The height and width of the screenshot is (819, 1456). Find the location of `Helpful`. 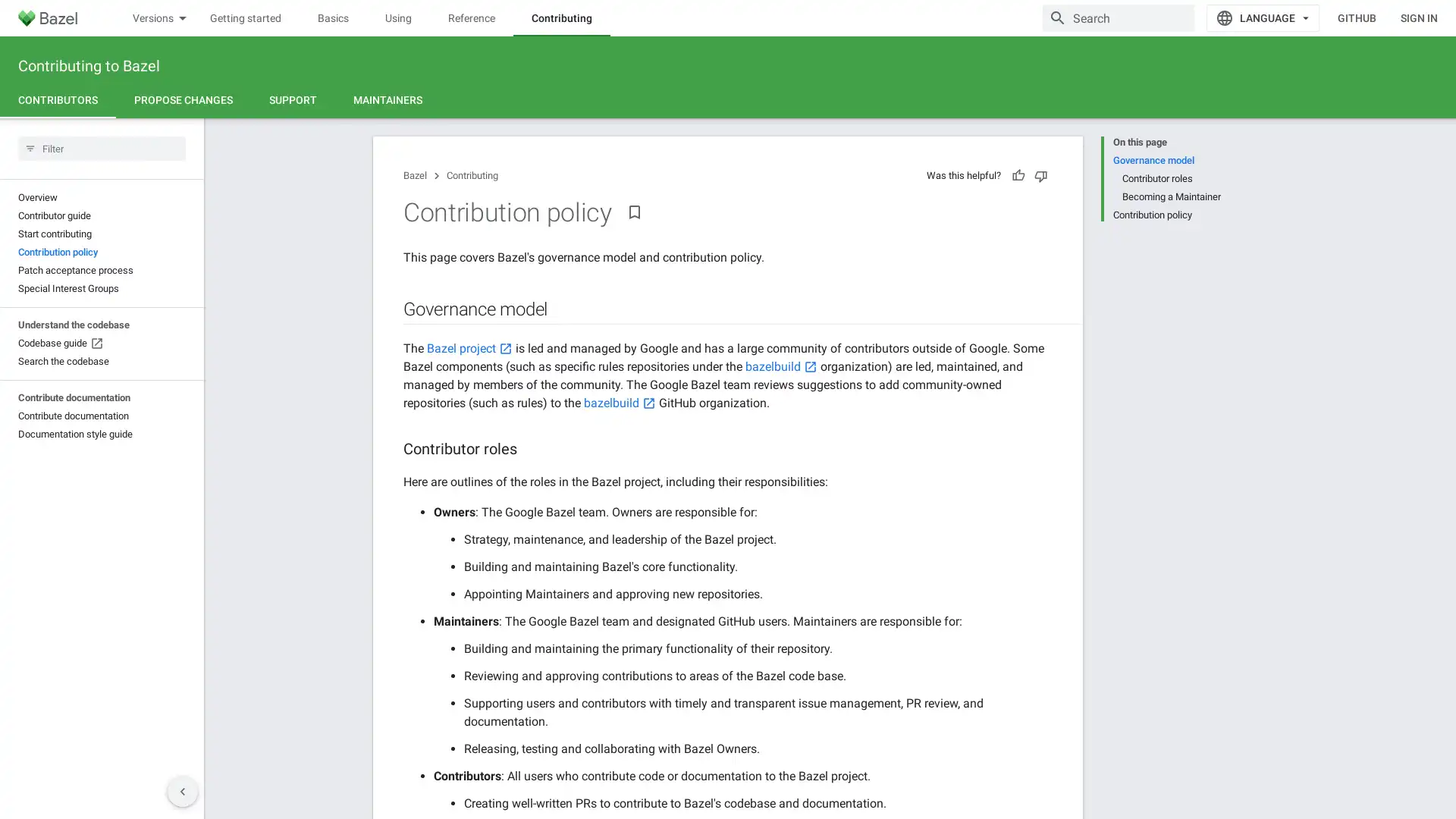

Helpful is located at coordinates (1018, 174).